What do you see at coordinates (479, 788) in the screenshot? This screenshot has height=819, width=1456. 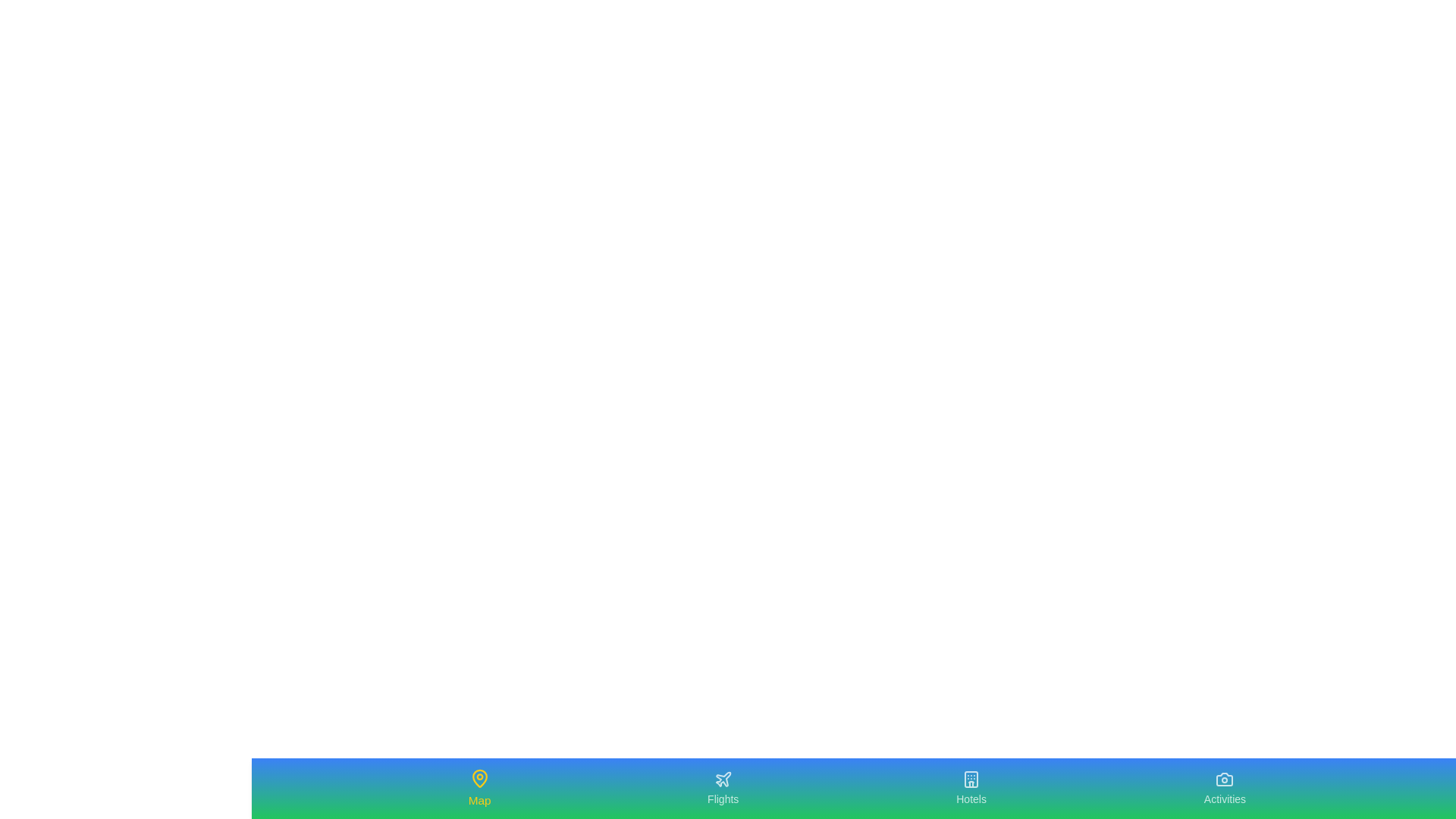 I see `the Map tab to navigate to the corresponding section` at bounding box center [479, 788].